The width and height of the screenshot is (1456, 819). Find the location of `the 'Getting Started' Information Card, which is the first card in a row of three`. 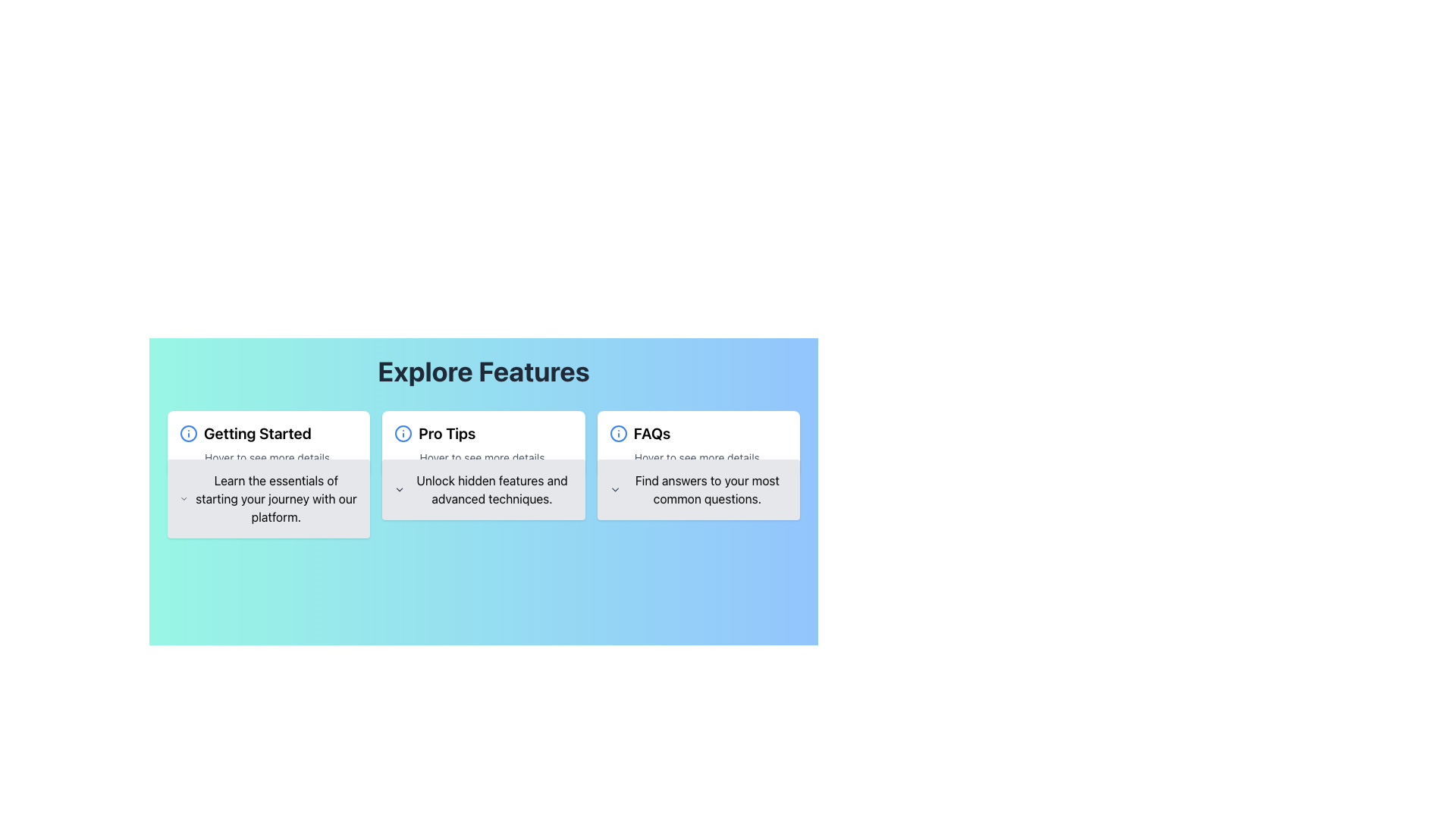

the 'Getting Started' Information Card, which is the first card in a row of three is located at coordinates (268, 444).